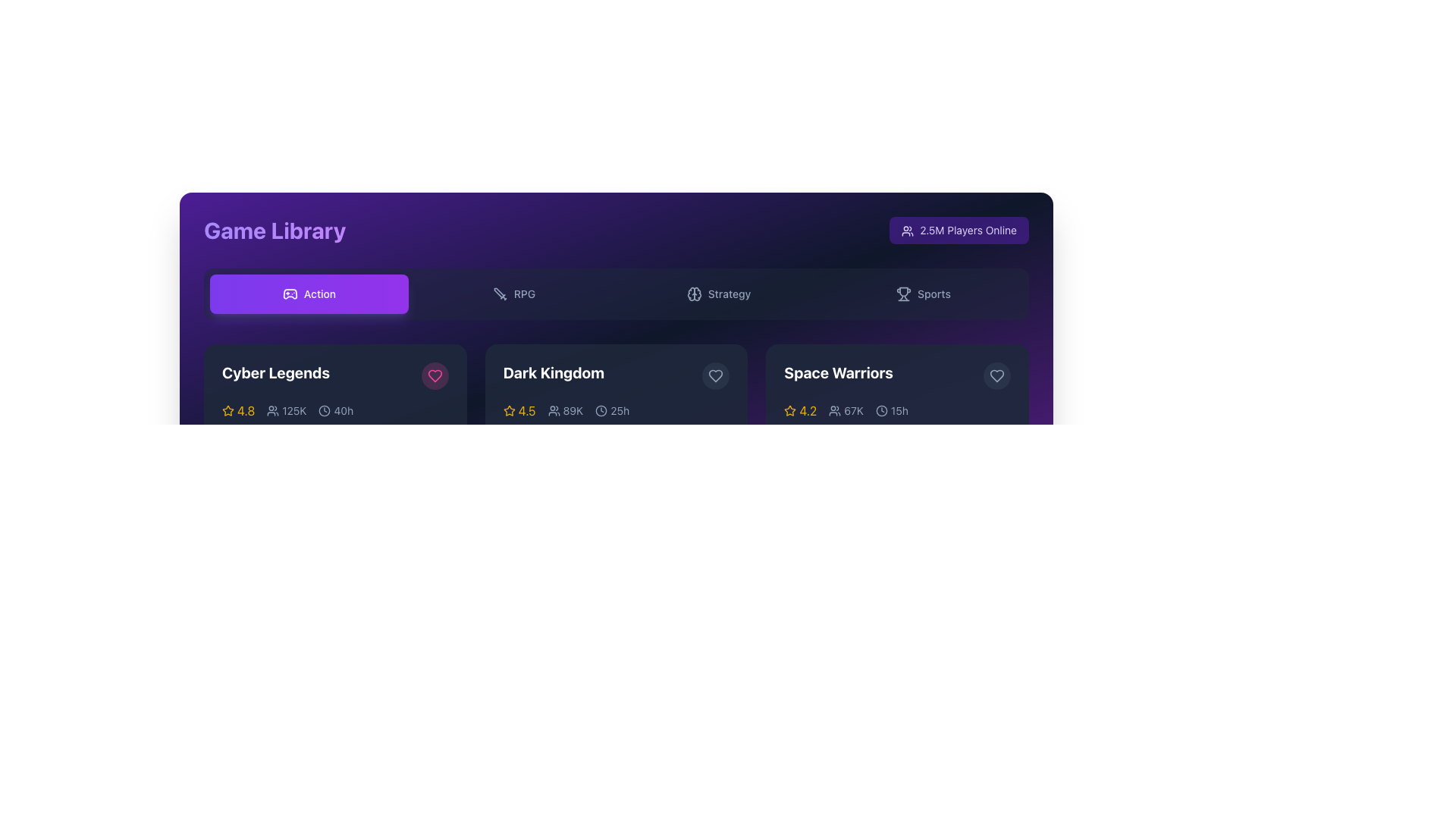 The width and height of the screenshot is (1456, 819). I want to click on the star-shaped icon with a yellow border, which is located to the left of the rating number '4.8' within the 'Cyber Legends' game card, so click(227, 410).